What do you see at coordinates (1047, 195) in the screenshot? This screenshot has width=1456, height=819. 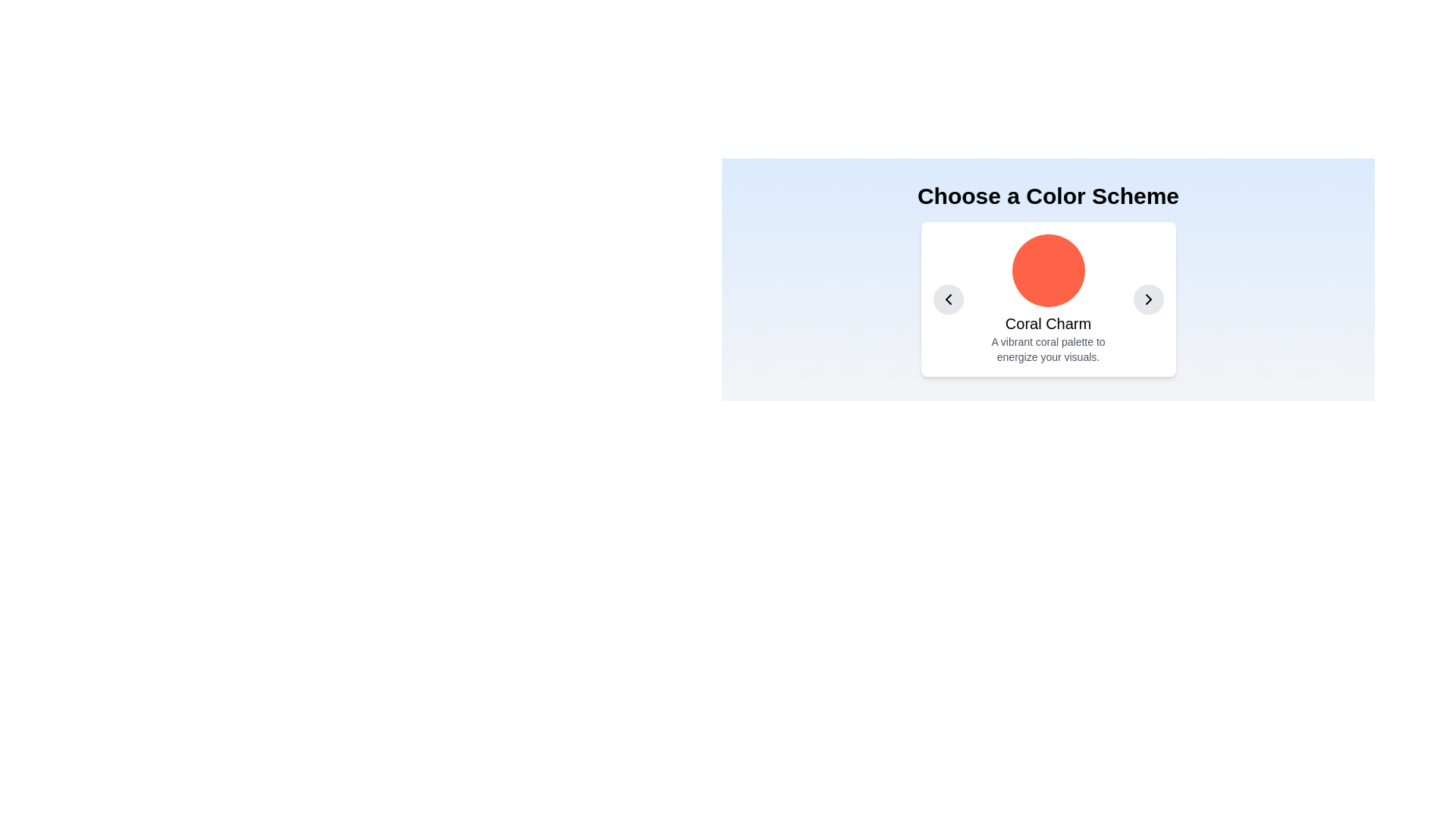 I see `the static text element that serves as the heading for the color scheme selection section, indicating its purpose or theme` at bounding box center [1047, 195].